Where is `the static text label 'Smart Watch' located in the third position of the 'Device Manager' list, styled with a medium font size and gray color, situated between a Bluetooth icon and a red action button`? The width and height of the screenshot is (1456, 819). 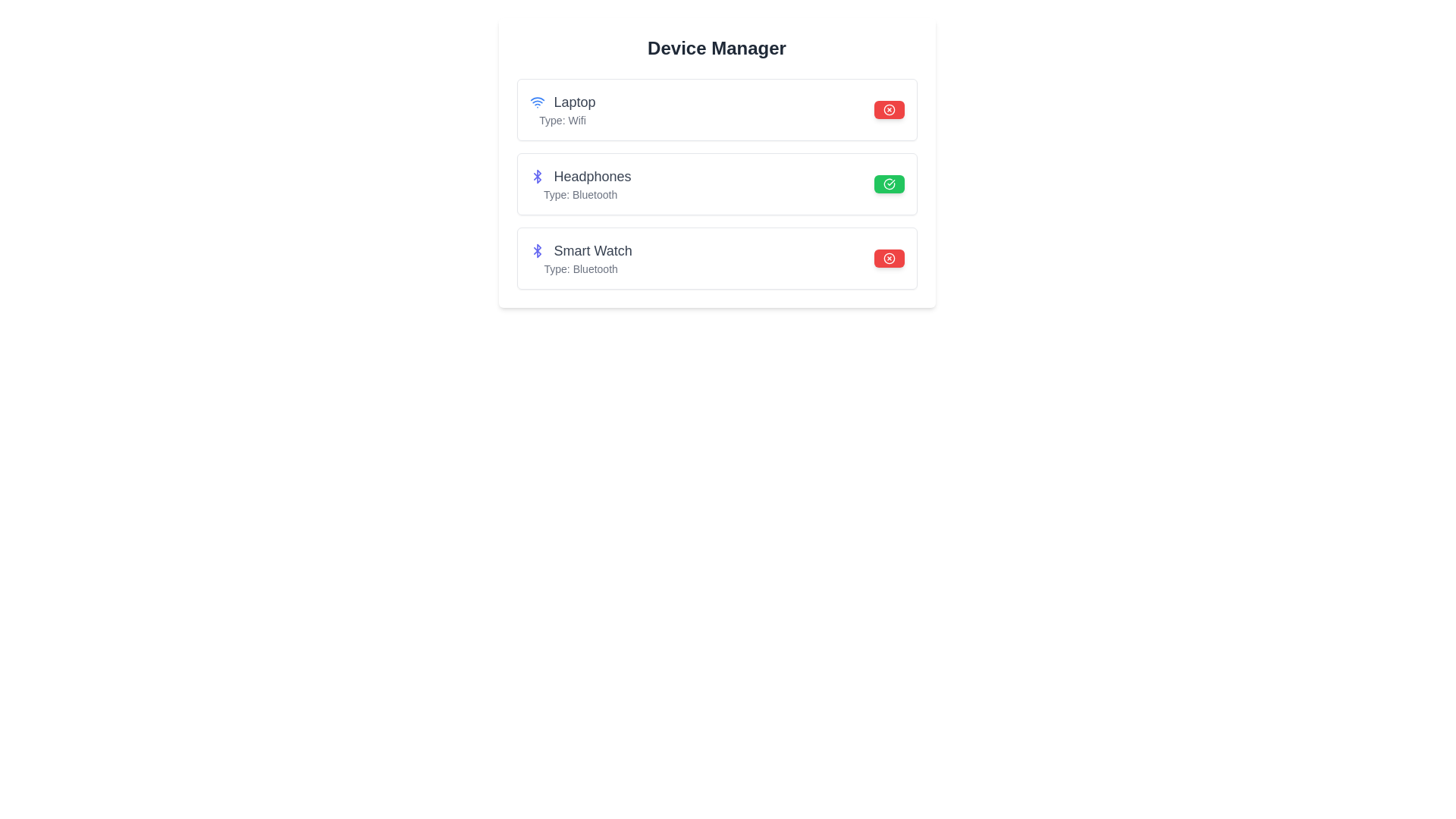
the static text label 'Smart Watch' located in the third position of the 'Device Manager' list, styled with a medium font size and gray color, situated between a Bluetooth icon and a red action button is located at coordinates (592, 250).